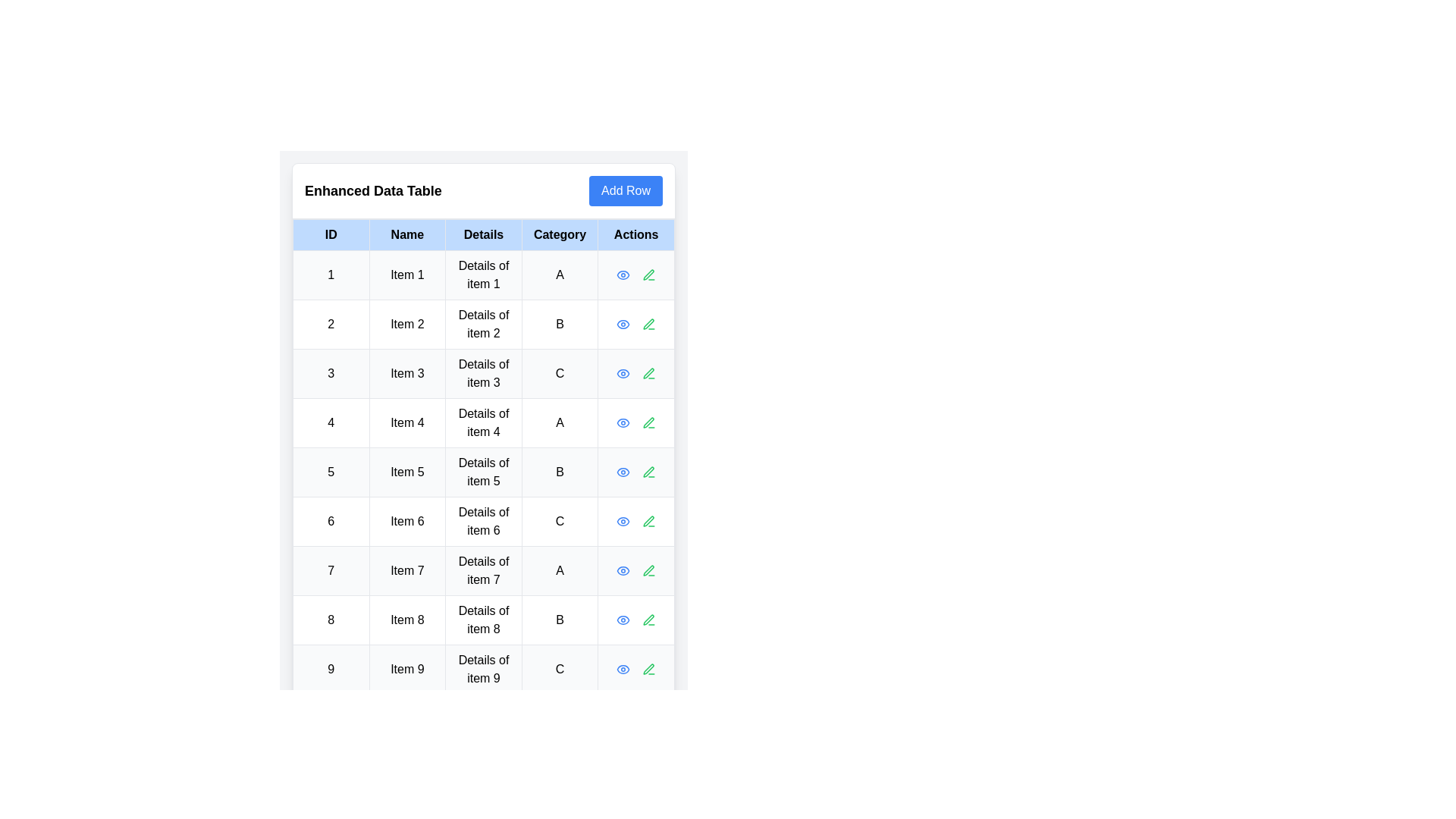 Image resolution: width=1456 pixels, height=819 pixels. Describe the element at coordinates (407, 275) in the screenshot. I see `the static text element displaying the item's name located in the second cell of the first row in the table under the 'Name' column` at that location.